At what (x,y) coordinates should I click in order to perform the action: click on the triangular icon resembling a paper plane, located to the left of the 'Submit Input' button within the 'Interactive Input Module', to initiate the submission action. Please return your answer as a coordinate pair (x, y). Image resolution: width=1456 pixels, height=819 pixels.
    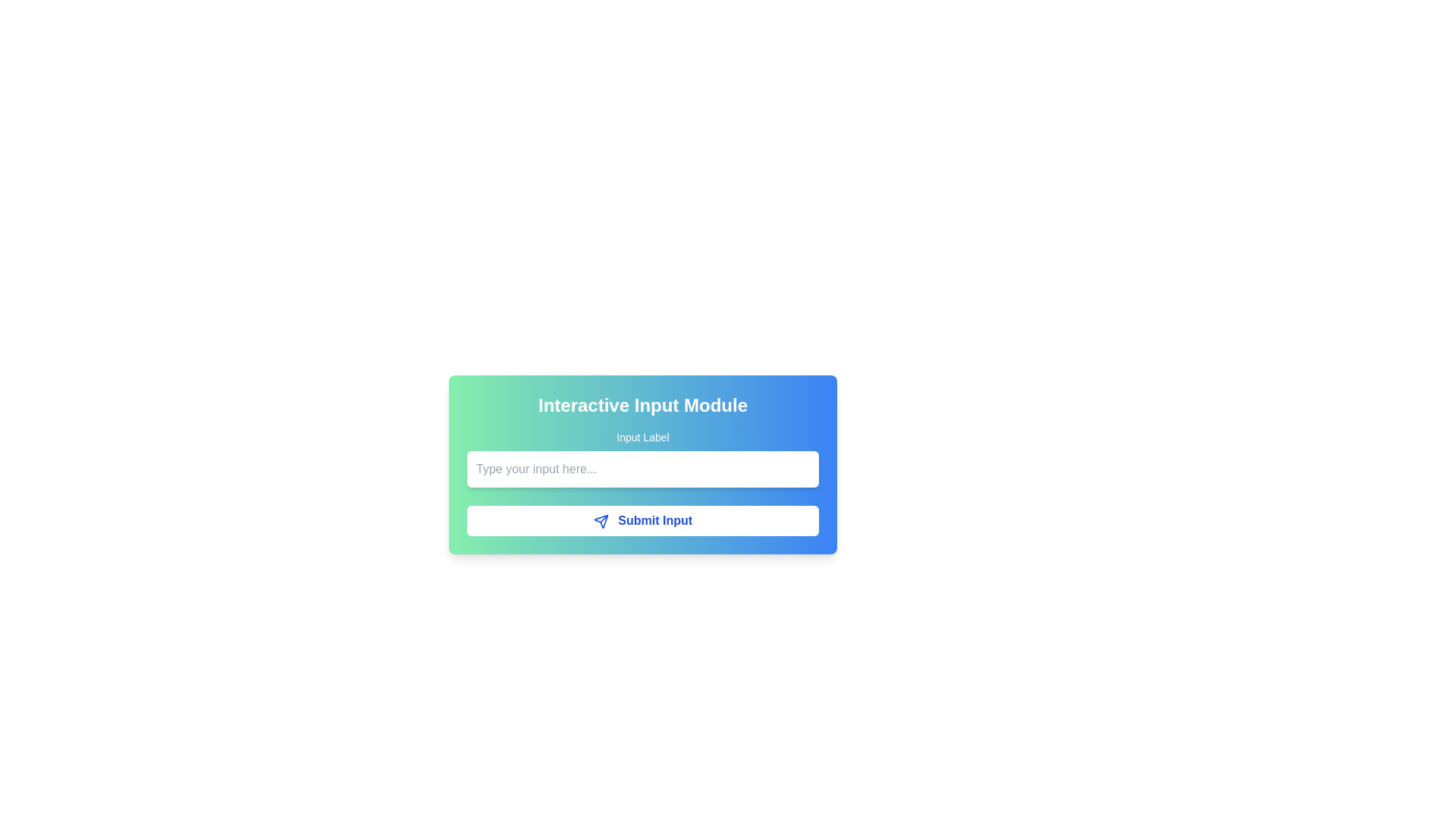
    Looking at the image, I should click on (600, 520).